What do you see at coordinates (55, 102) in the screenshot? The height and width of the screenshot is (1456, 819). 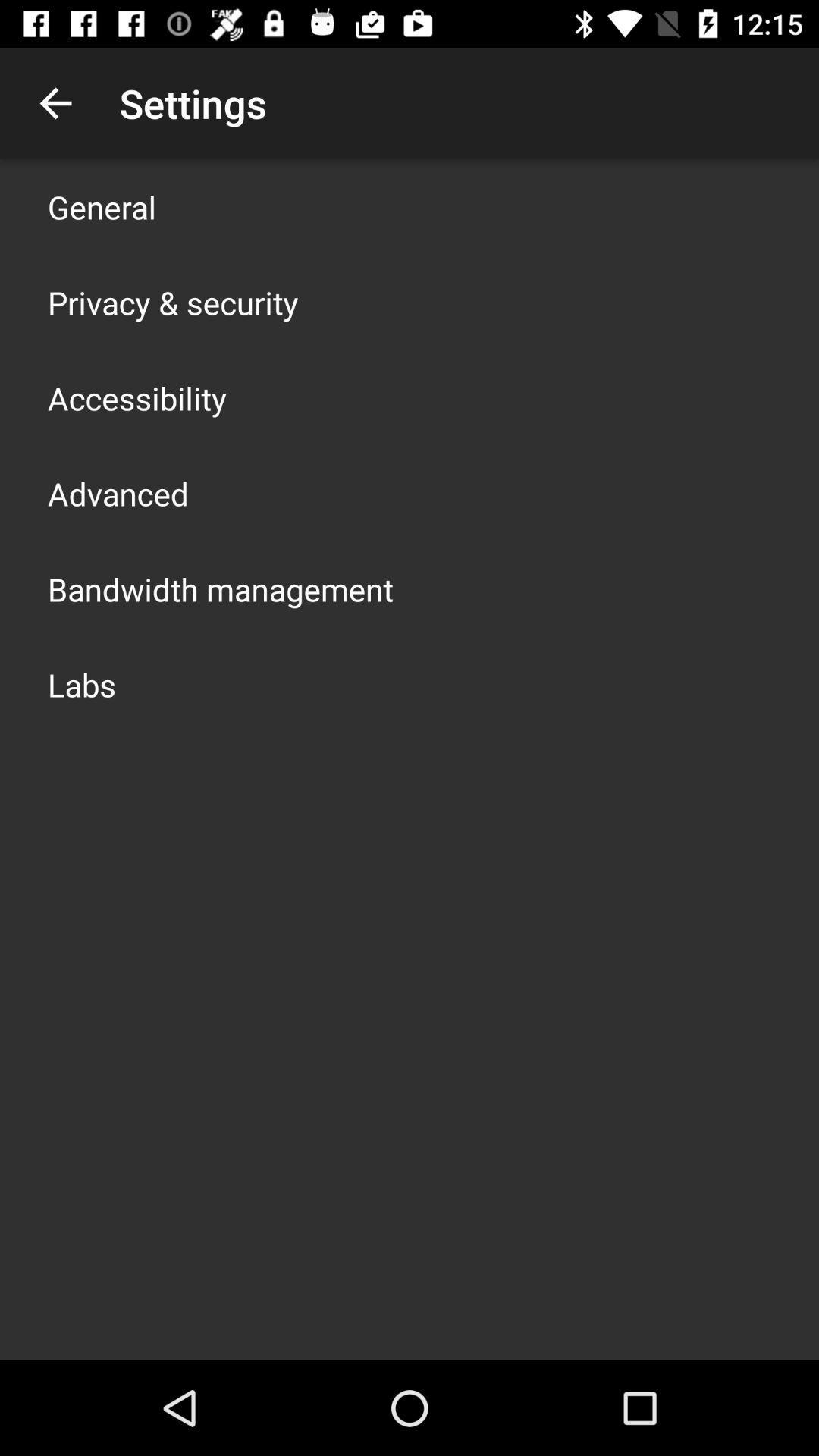 I see `the icon next to the settings app` at bounding box center [55, 102].